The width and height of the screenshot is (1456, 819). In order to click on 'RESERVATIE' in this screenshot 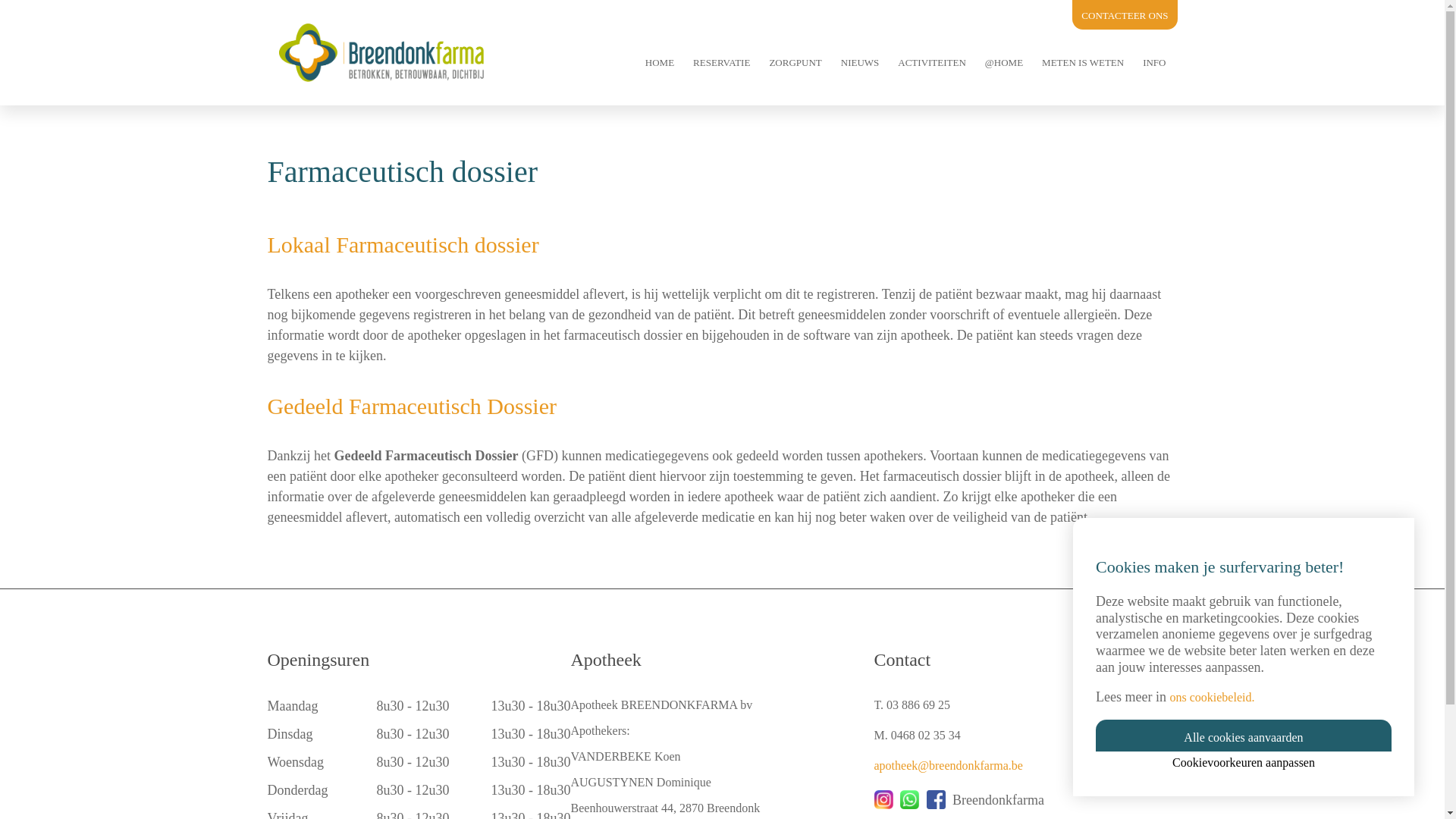, I will do `click(720, 61)`.